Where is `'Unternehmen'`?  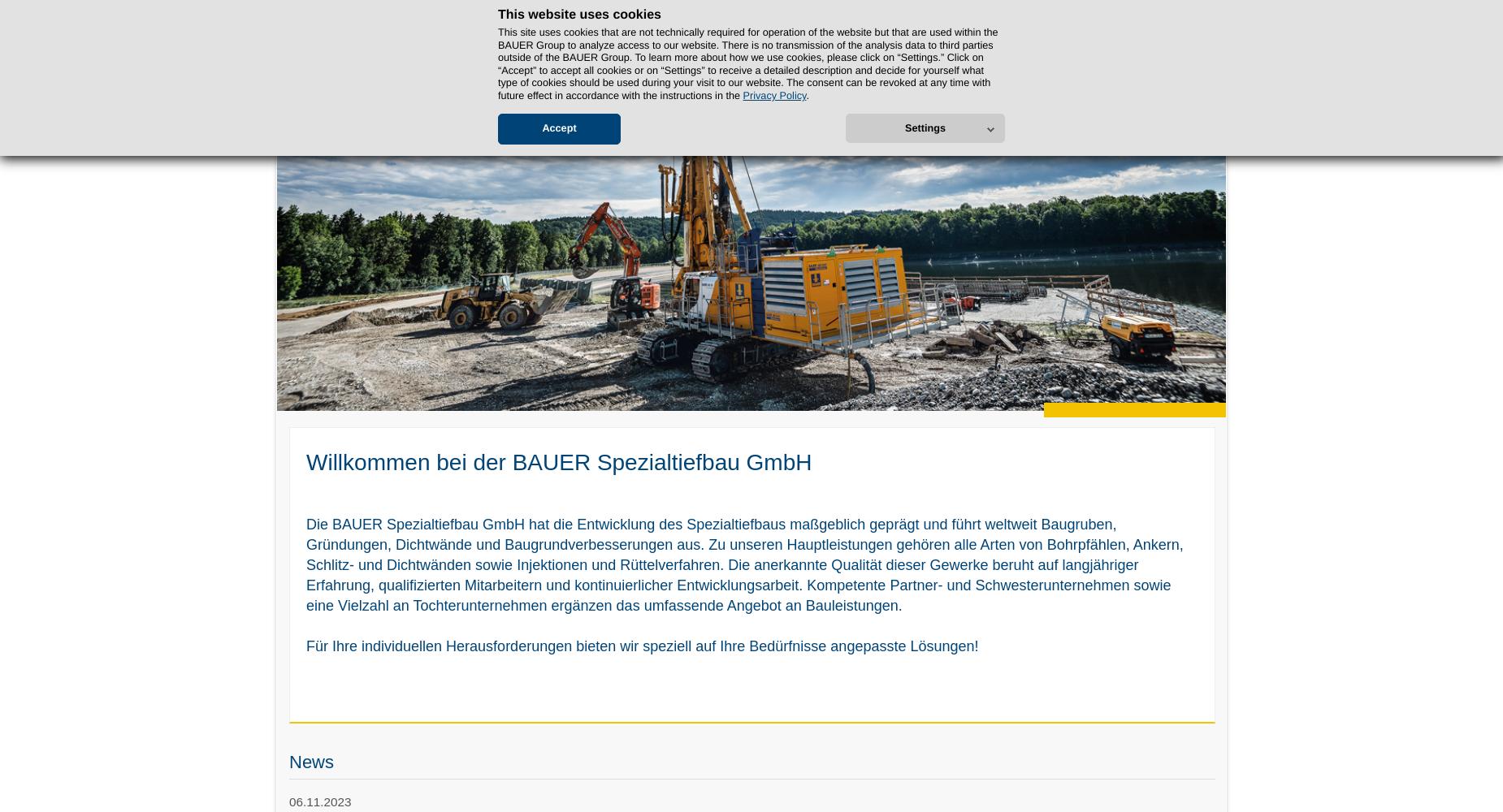
'Unternehmen' is located at coordinates (323, 98).